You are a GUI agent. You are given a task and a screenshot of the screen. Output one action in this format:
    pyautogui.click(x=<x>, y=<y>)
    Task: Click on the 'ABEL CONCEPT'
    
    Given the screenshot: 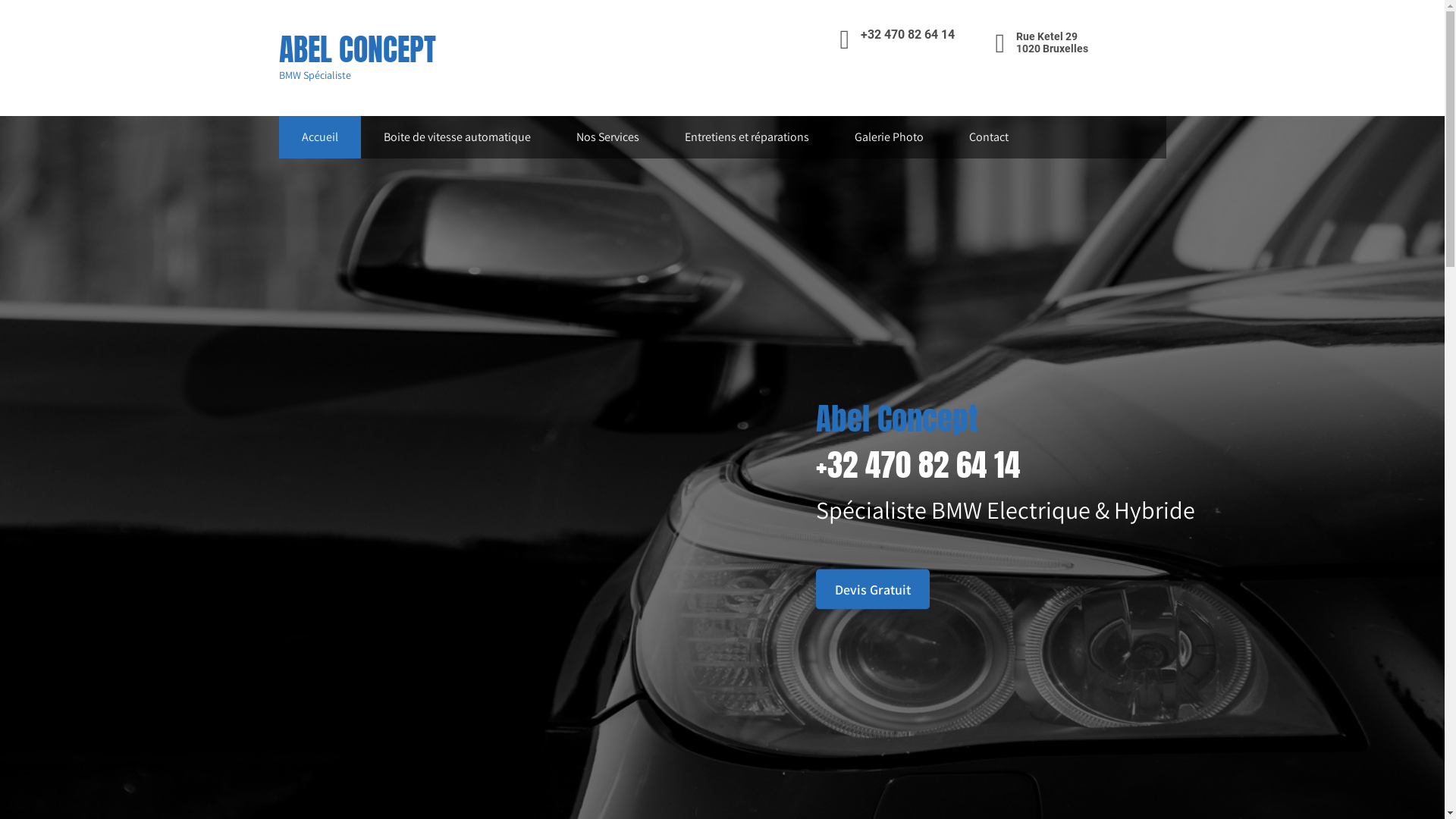 What is the action you would take?
    pyautogui.click(x=279, y=49)
    